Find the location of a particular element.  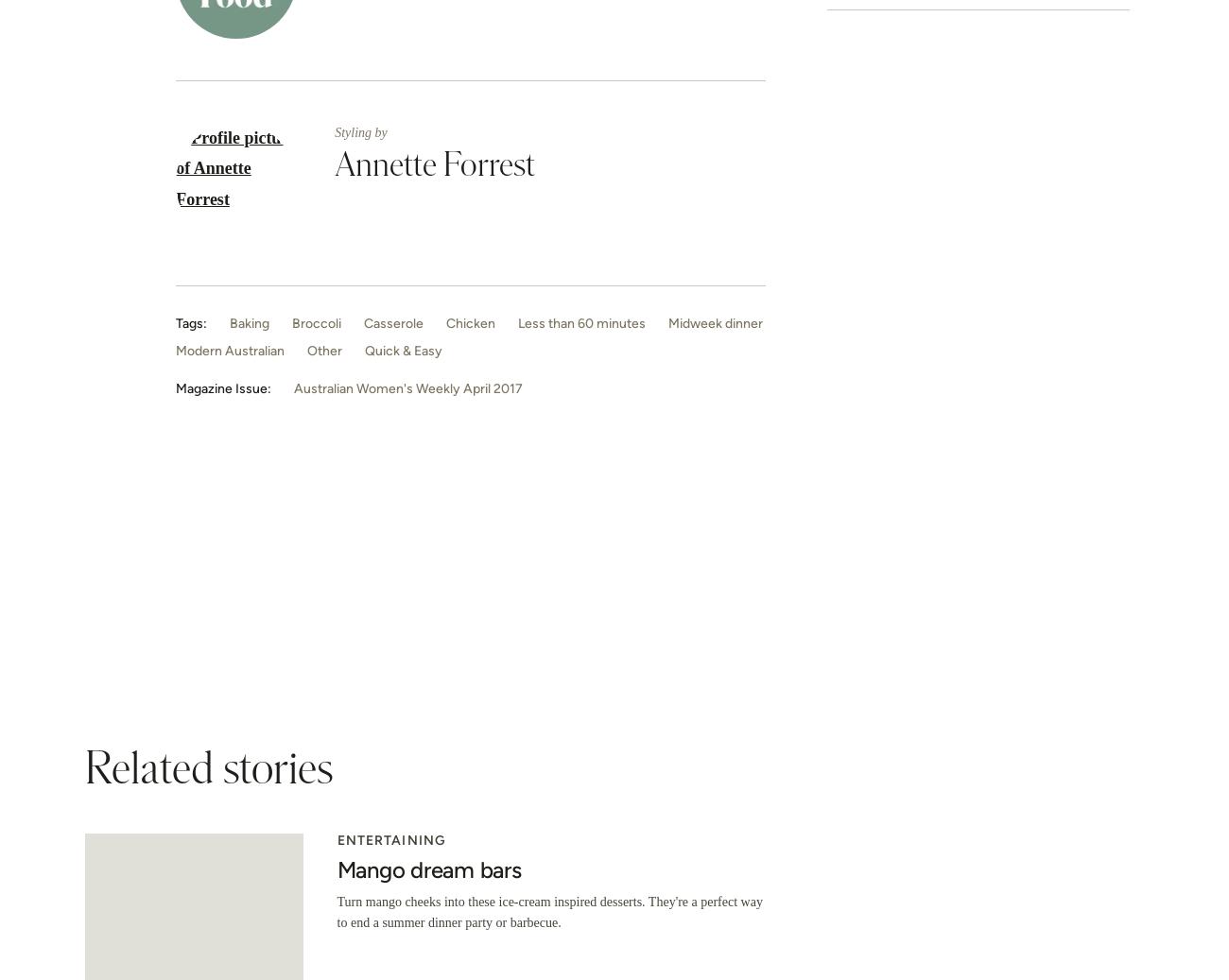

'Chicken' is located at coordinates (471, 321).